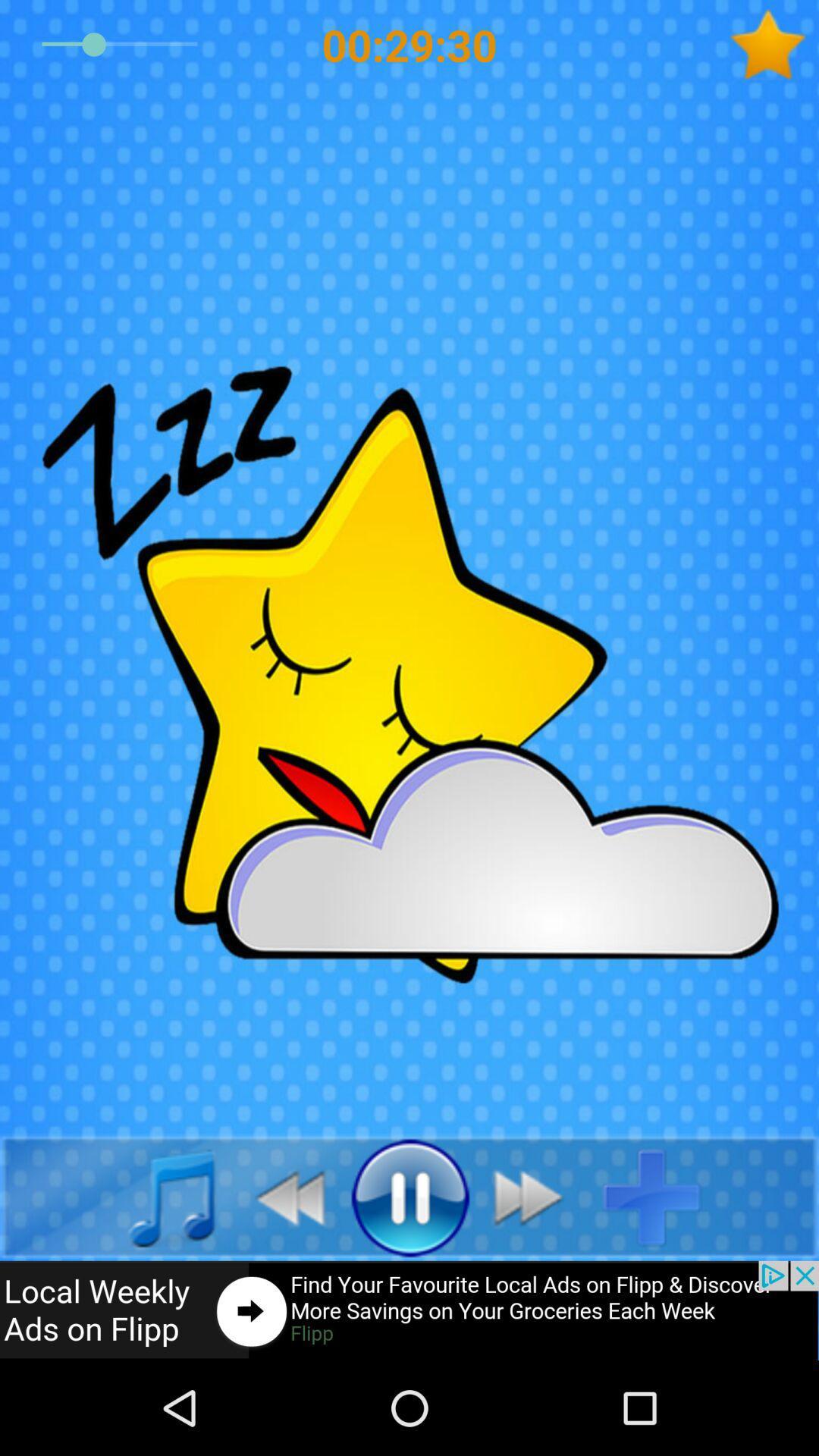  Describe the element at coordinates (281, 1196) in the screenshot. I see `goto back` at that location.